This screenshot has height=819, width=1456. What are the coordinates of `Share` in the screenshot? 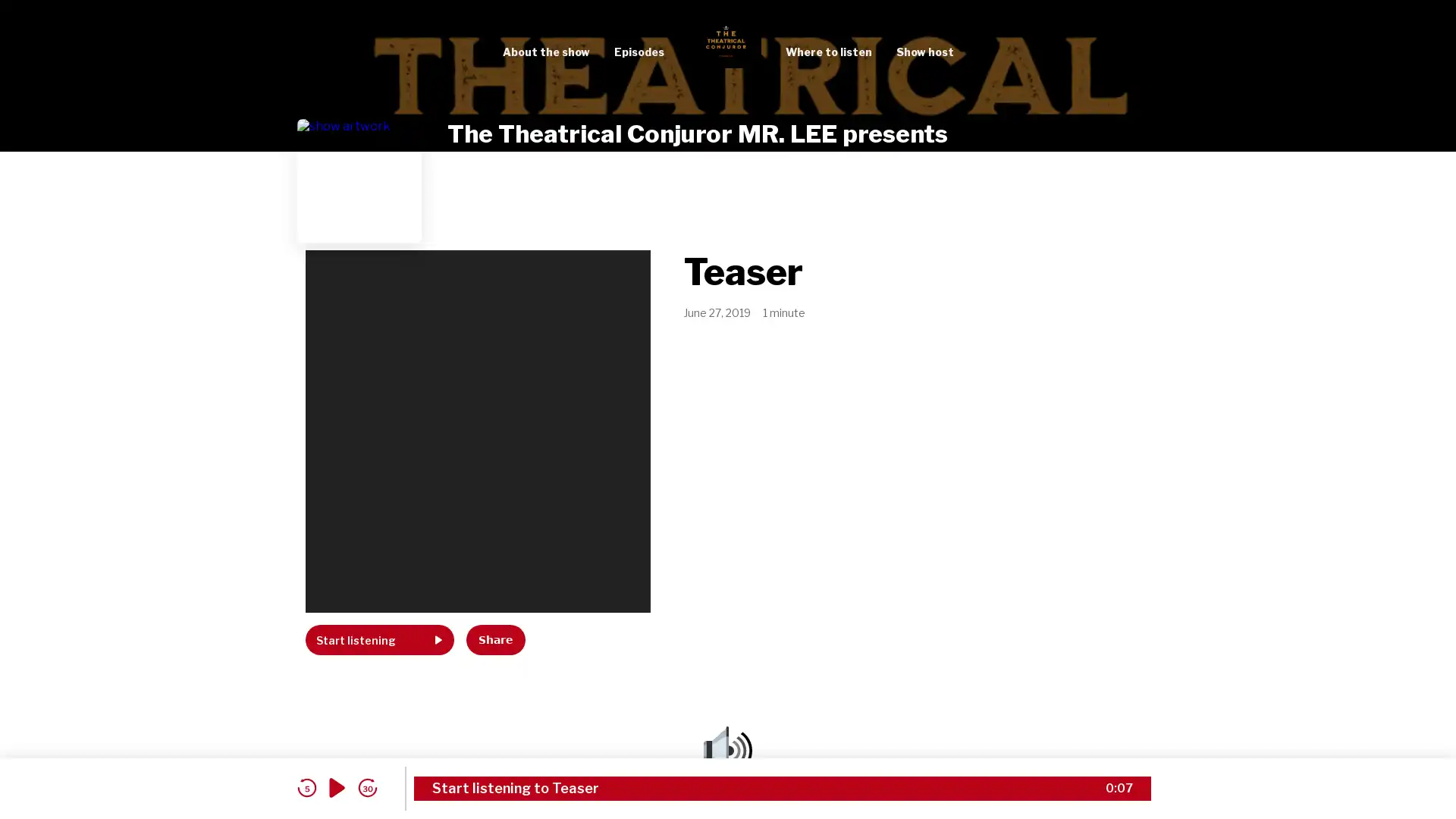 It's located at (495, 640).